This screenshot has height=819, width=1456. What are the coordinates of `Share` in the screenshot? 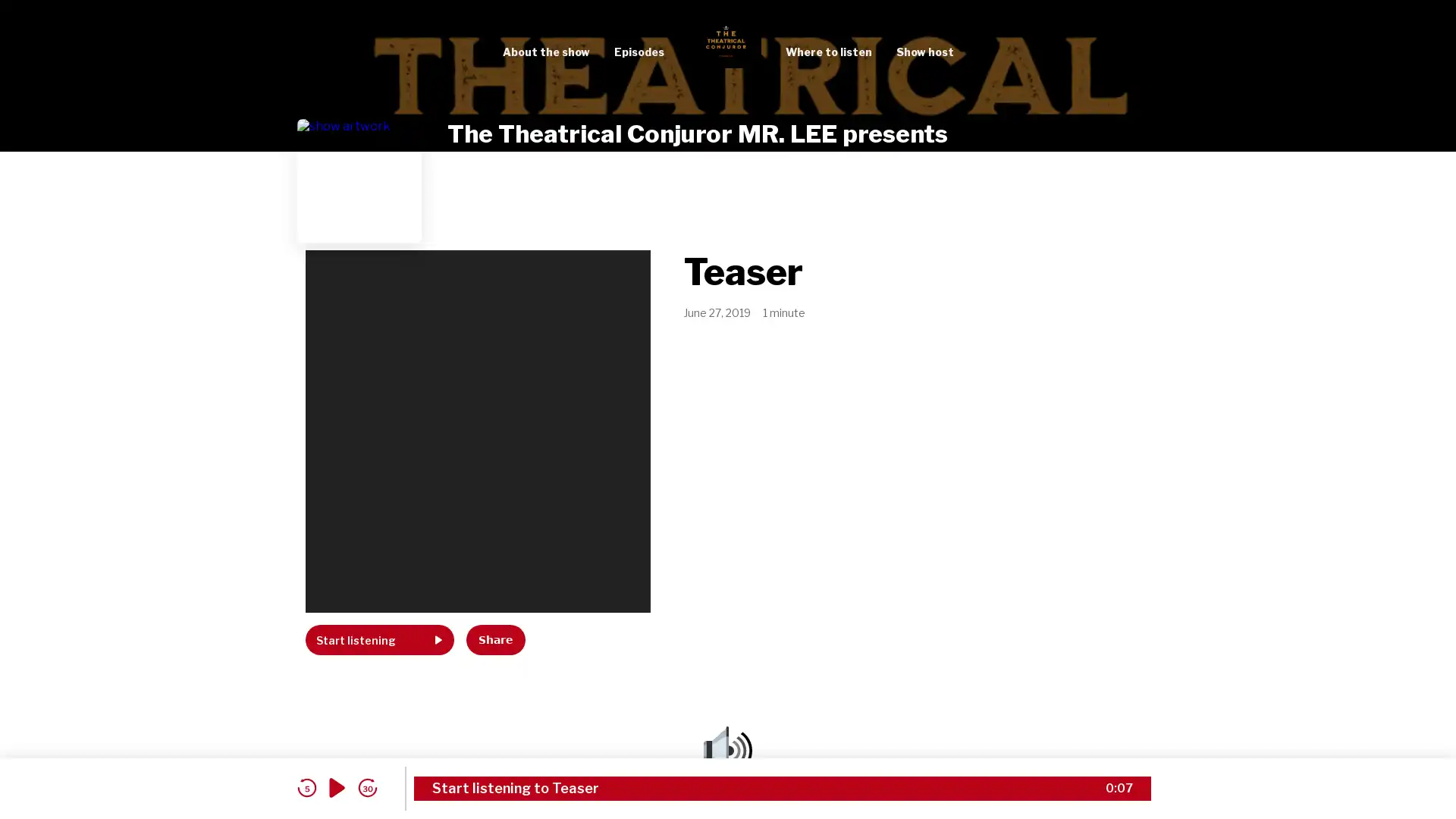 It's located at (495, 640).